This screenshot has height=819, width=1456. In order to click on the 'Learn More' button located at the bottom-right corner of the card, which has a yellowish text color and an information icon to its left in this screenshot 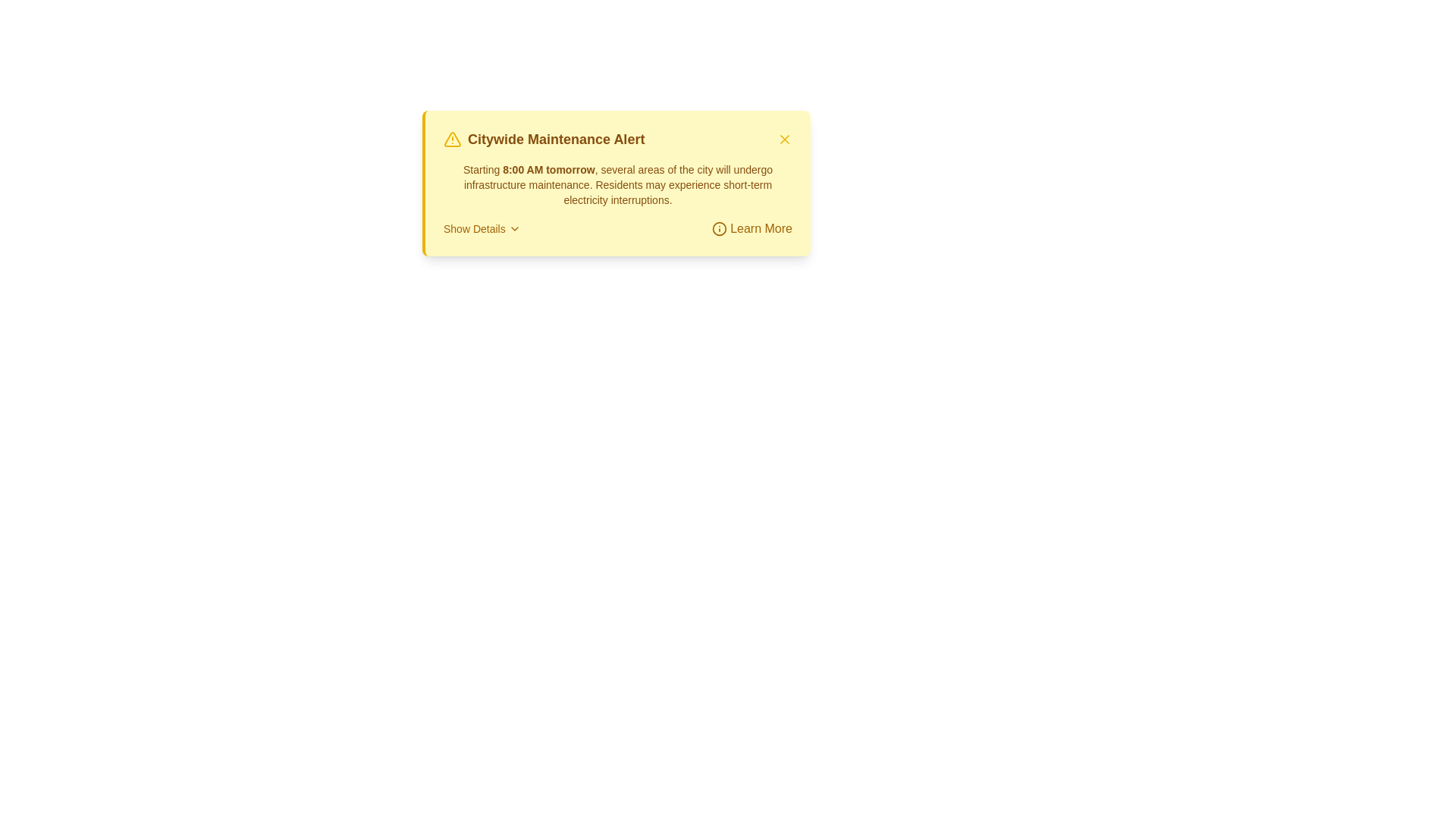, I will do `click(752, 228)`.